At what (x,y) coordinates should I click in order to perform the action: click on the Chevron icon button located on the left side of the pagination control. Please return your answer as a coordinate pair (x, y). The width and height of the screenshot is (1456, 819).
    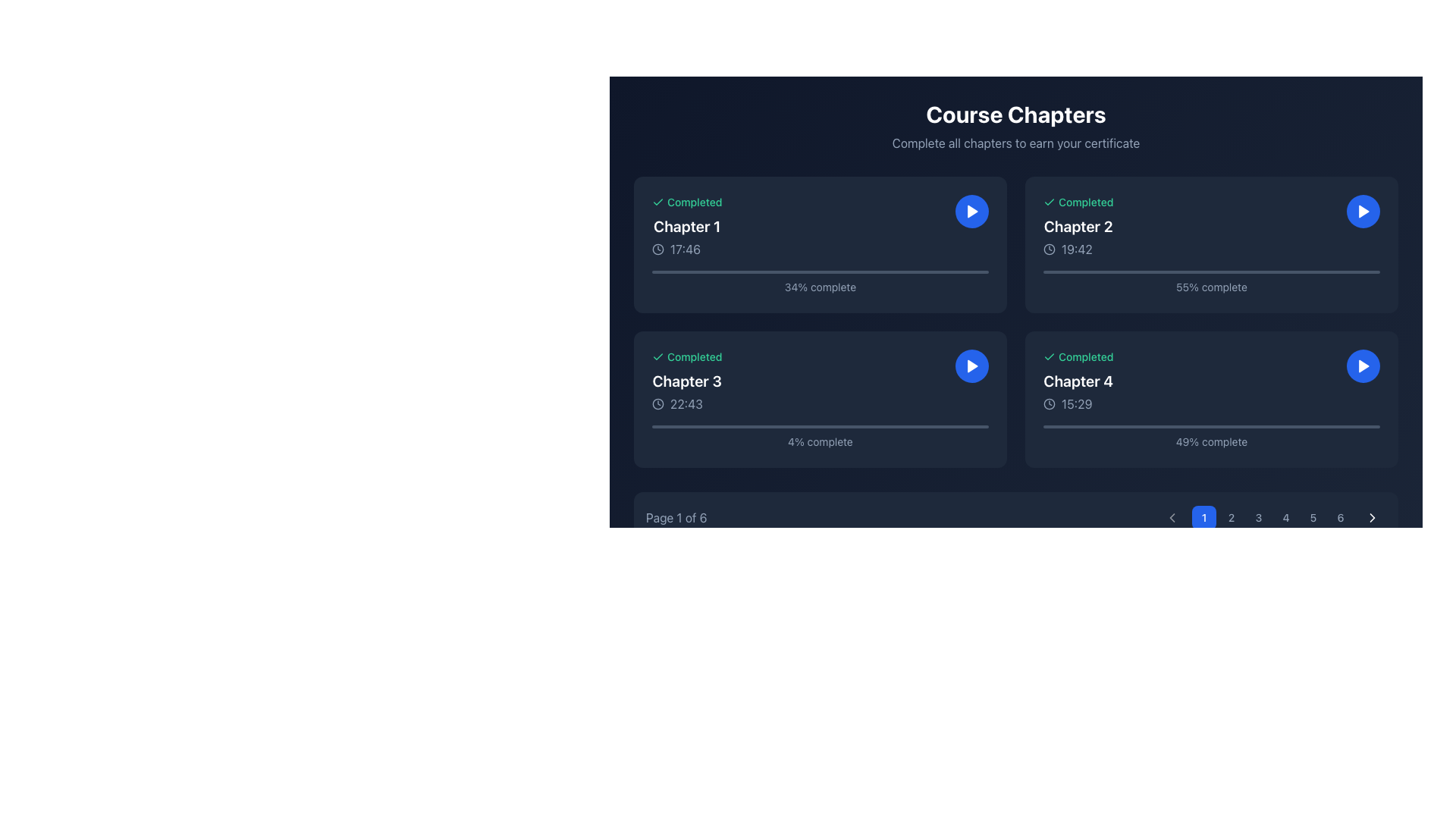
    Looking at the image, I should click on (1171, 516).